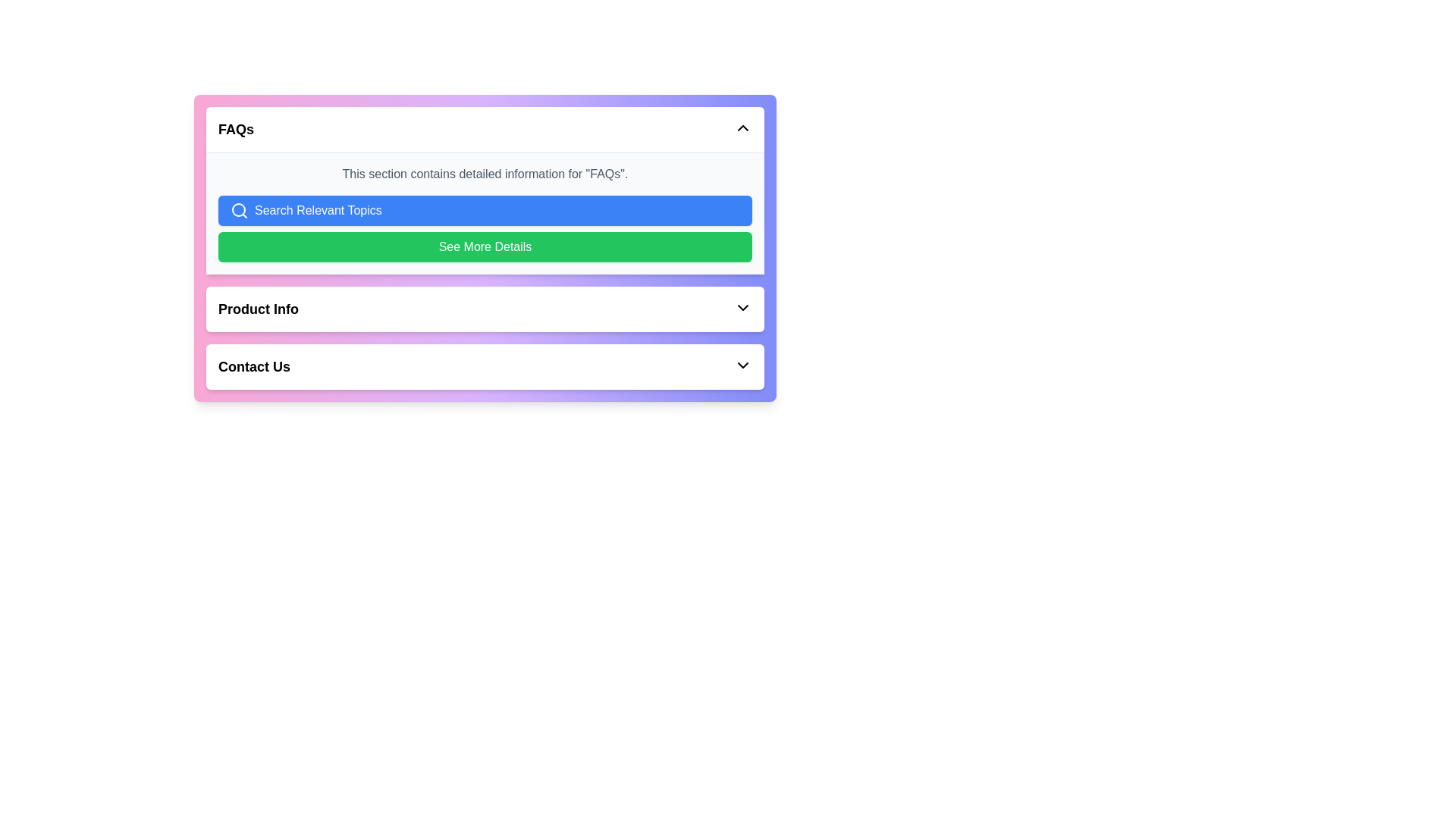 Image resolution: width=1456 pixels, height=819 pixels. What do you see at coordinates (239, 210) in the screenshot?
I see `the search icon located at the top-left corner of the blue button labeled 'Search Relevant Topics'` at bounding box center [239, 210].